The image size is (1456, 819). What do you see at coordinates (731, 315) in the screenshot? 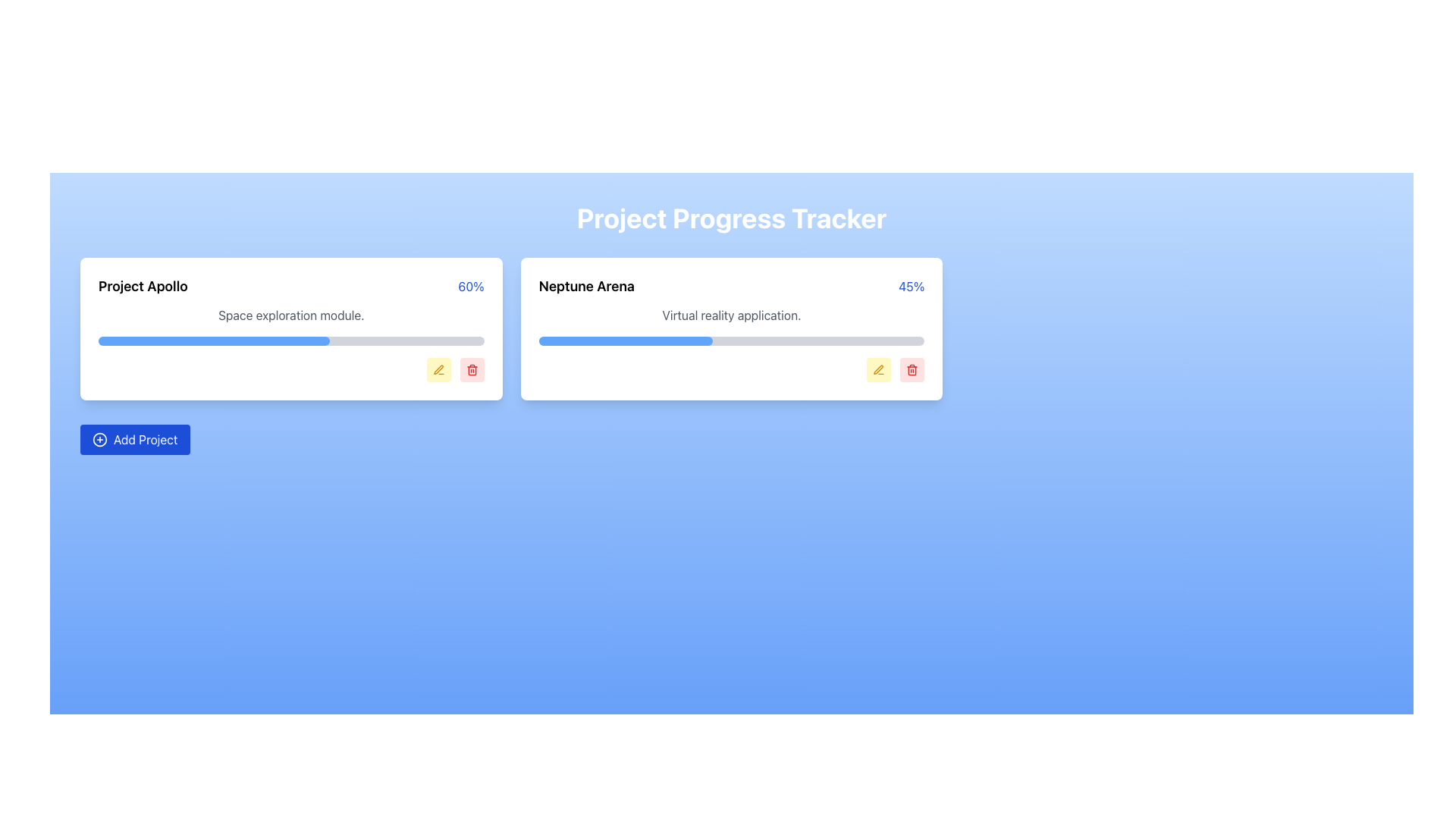
I see `the text element stating 'Virtual reality application.' which is styled in gray and located centrally below the title and percentage display in the 'Neptune Arena' card` at bounding box center [731, 315].